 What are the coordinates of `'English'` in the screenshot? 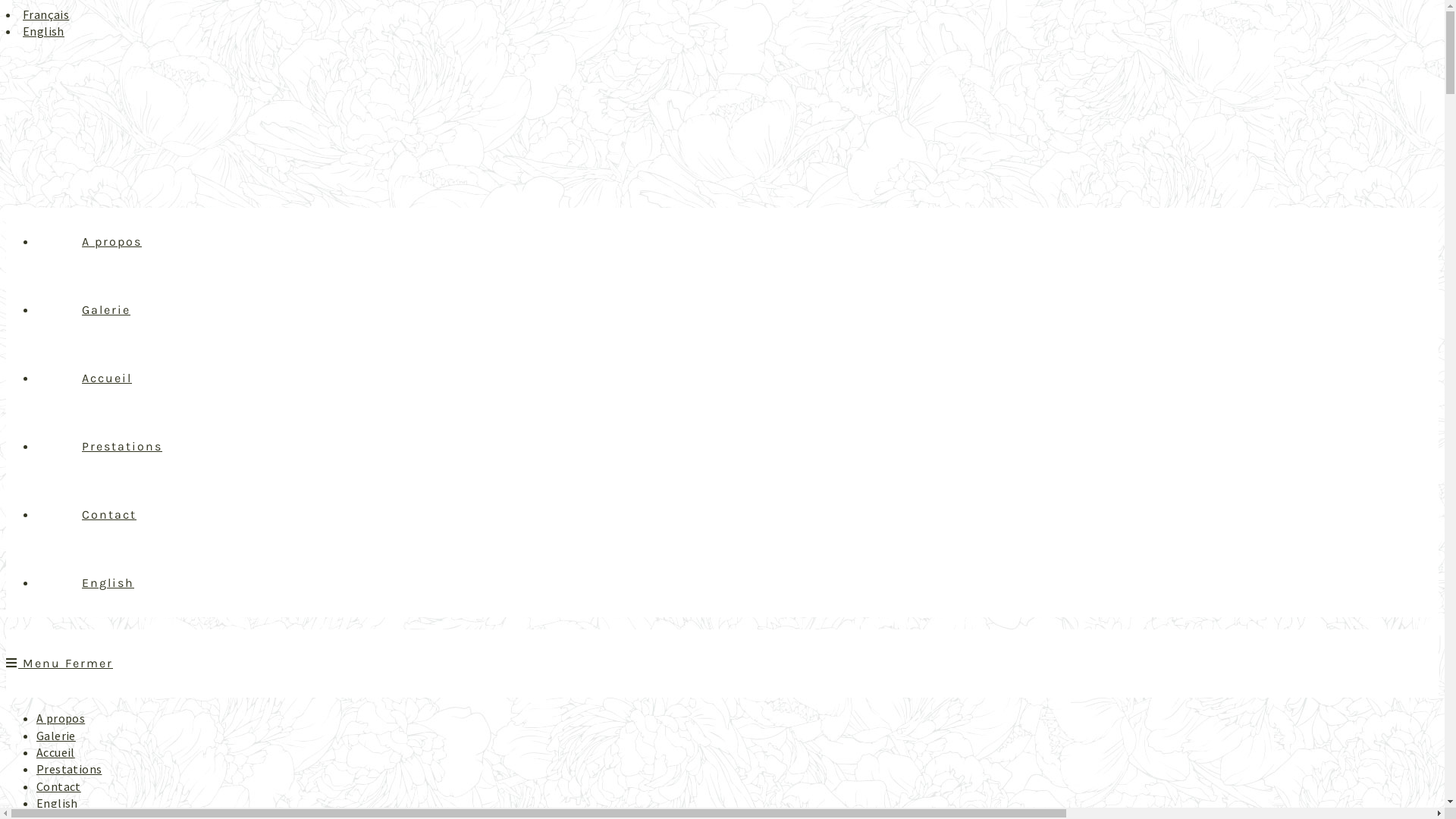 It's located at (107, 582).